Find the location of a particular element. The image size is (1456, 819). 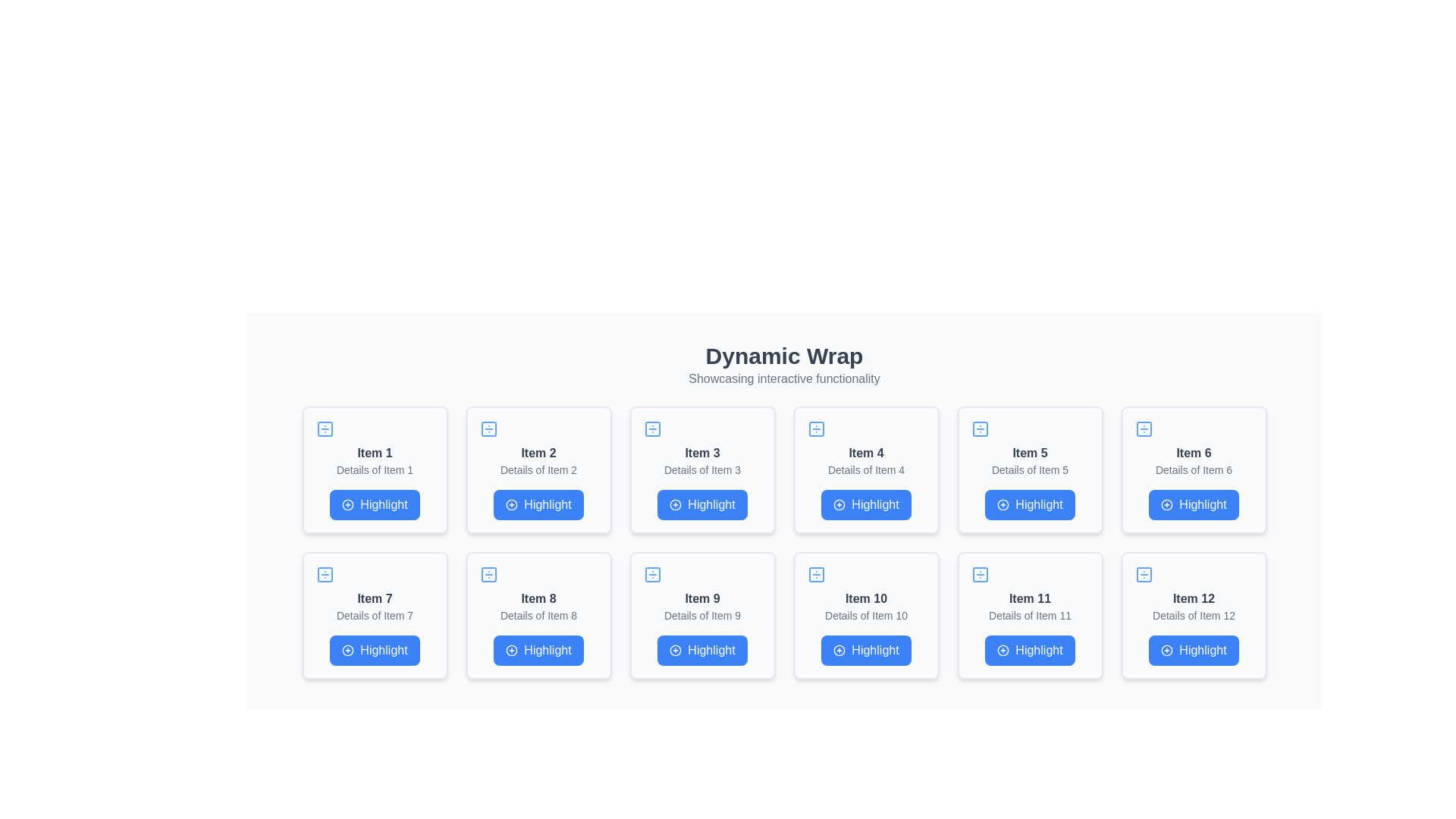

the rounded rectangle SVG graphical element within the card labeled 'Item 7', which is the first card in the third row of the grid is located at coordinates (324, 575).